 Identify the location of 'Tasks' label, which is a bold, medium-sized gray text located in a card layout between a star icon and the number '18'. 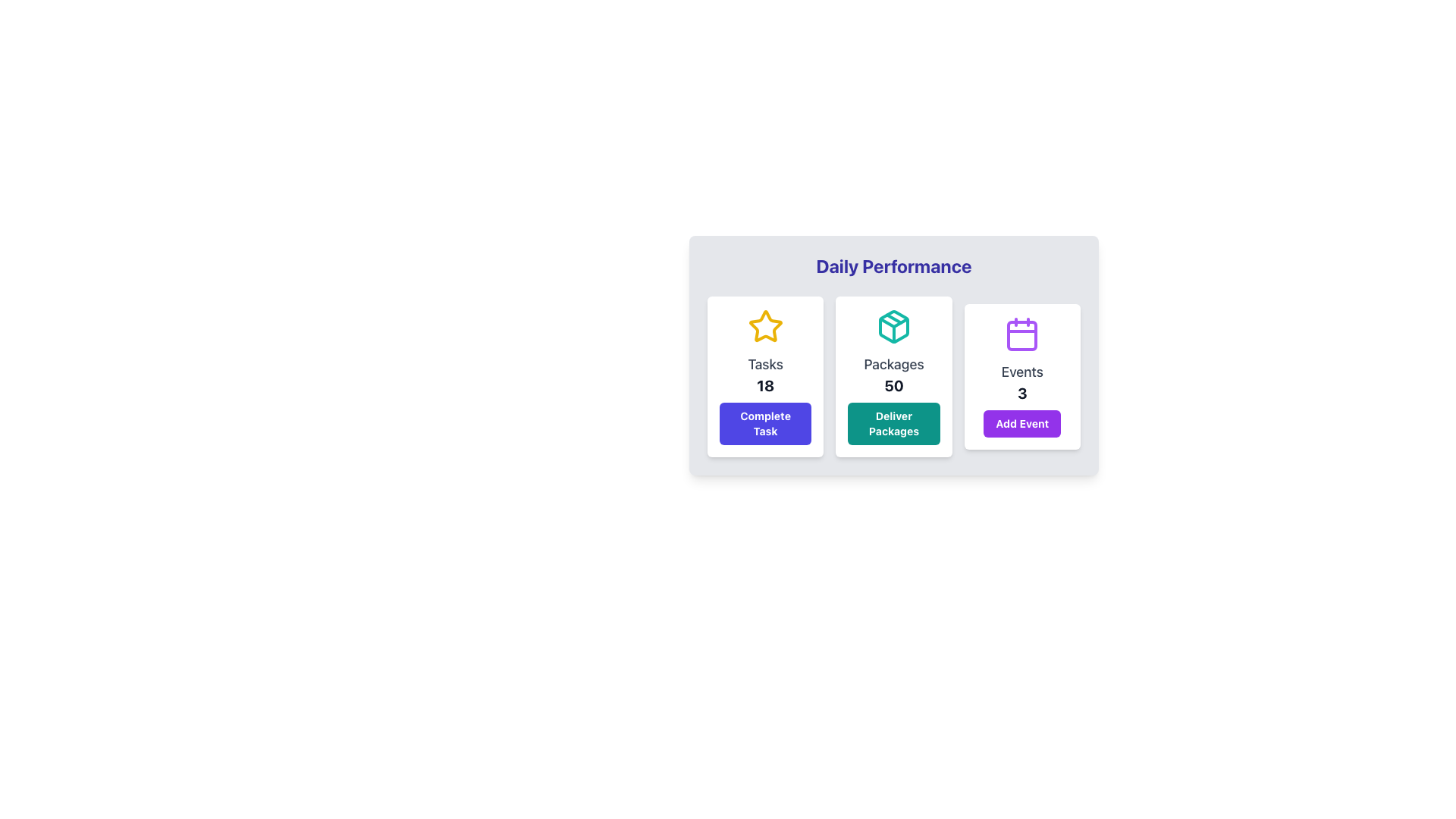
(765, 365).